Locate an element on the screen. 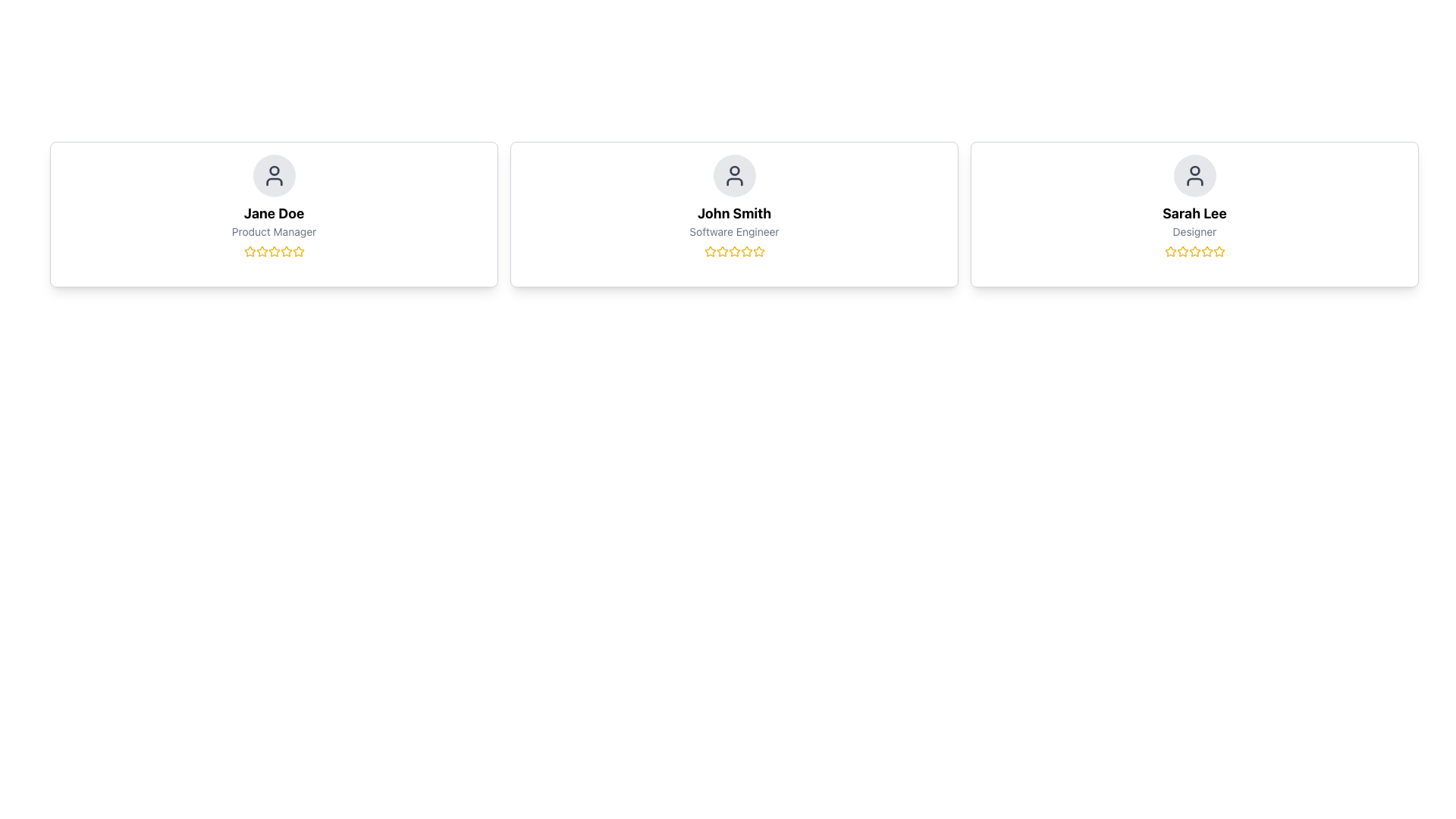 This screenshot has width=1456, height=819. text label that describes the role or title of the individual represented in the card, which is positioned under the 'John Smith' heading and above a series of star icons in the central card is located at coordinates (734, 231).